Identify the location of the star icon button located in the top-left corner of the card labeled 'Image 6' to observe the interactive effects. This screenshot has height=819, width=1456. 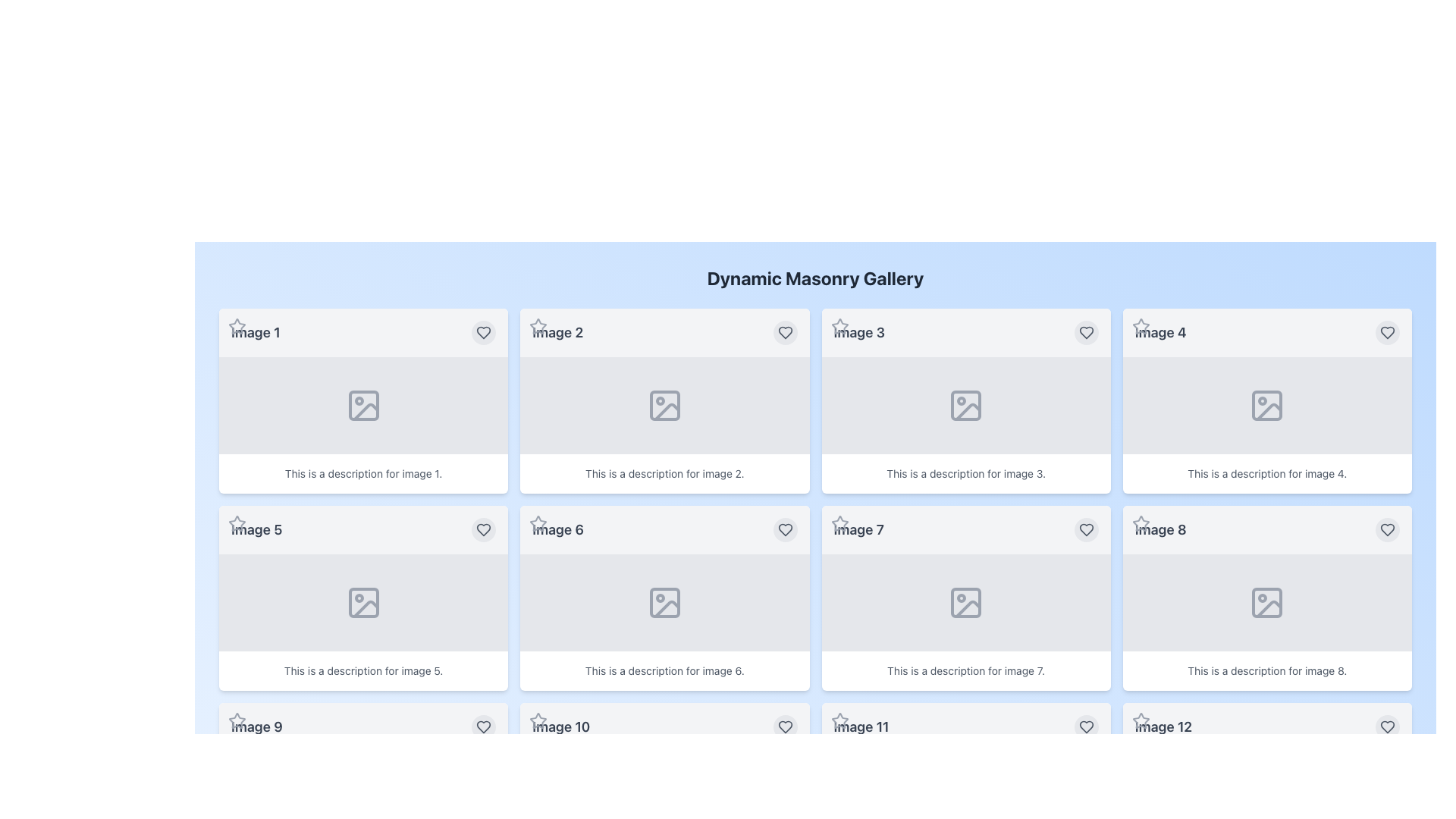
(538, 522).